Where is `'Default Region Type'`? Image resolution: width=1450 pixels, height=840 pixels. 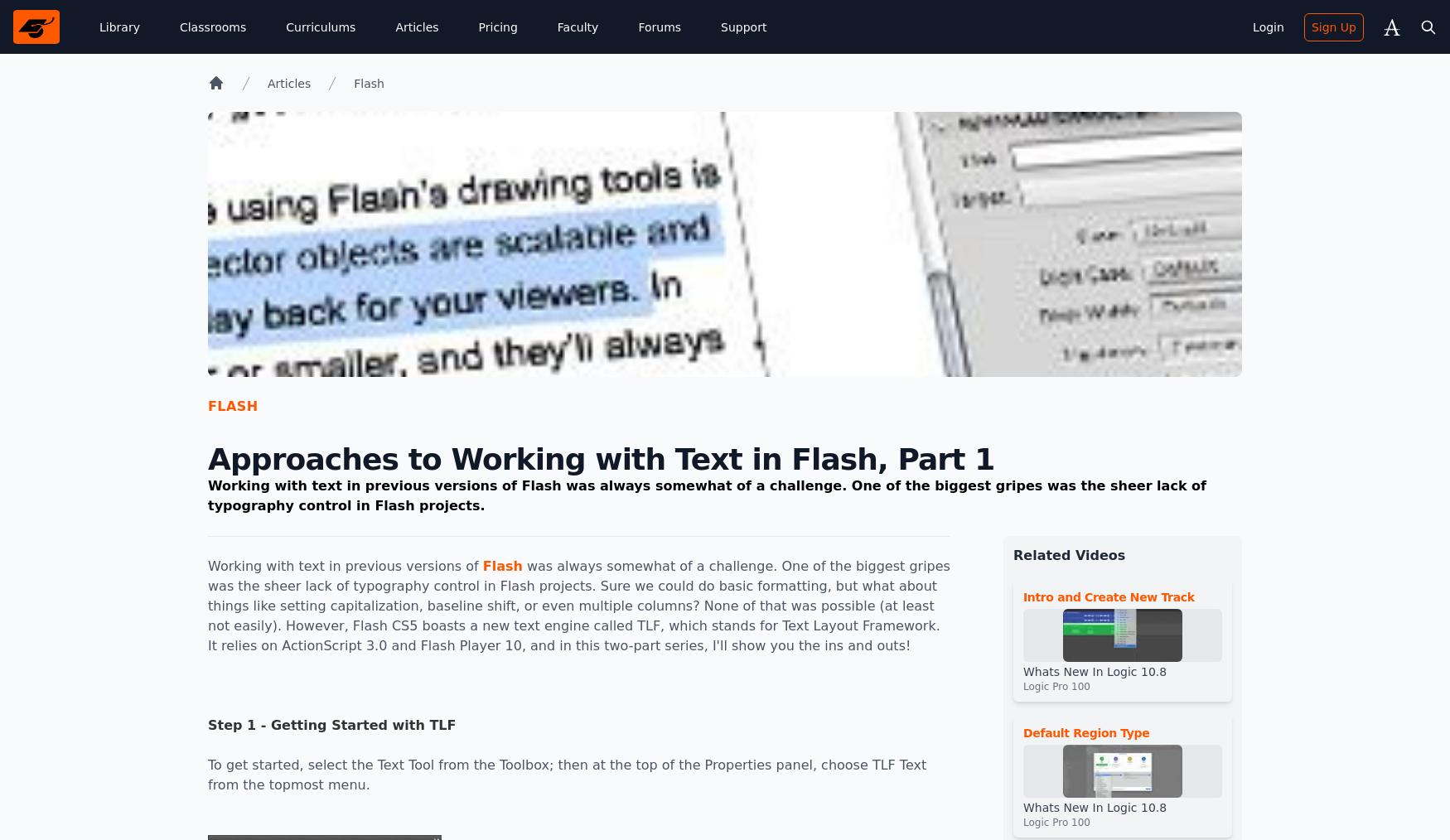
'Default Region Type' is located at coordinates (1085, 732).